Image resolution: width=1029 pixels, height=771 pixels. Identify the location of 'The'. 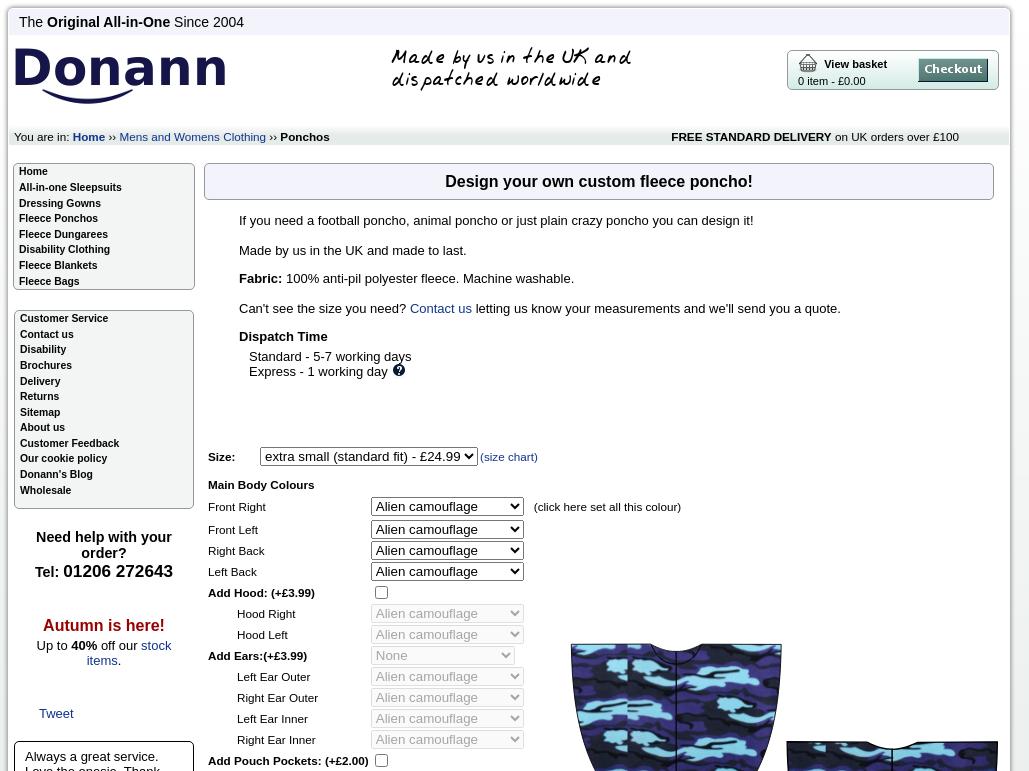
(19, 21).